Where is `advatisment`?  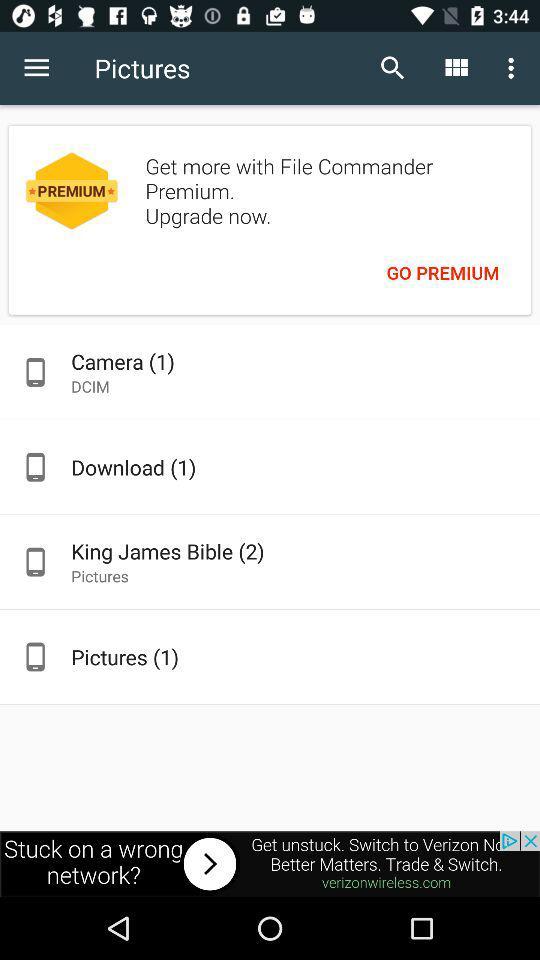 advatisment is located at coordinates (270, 863).